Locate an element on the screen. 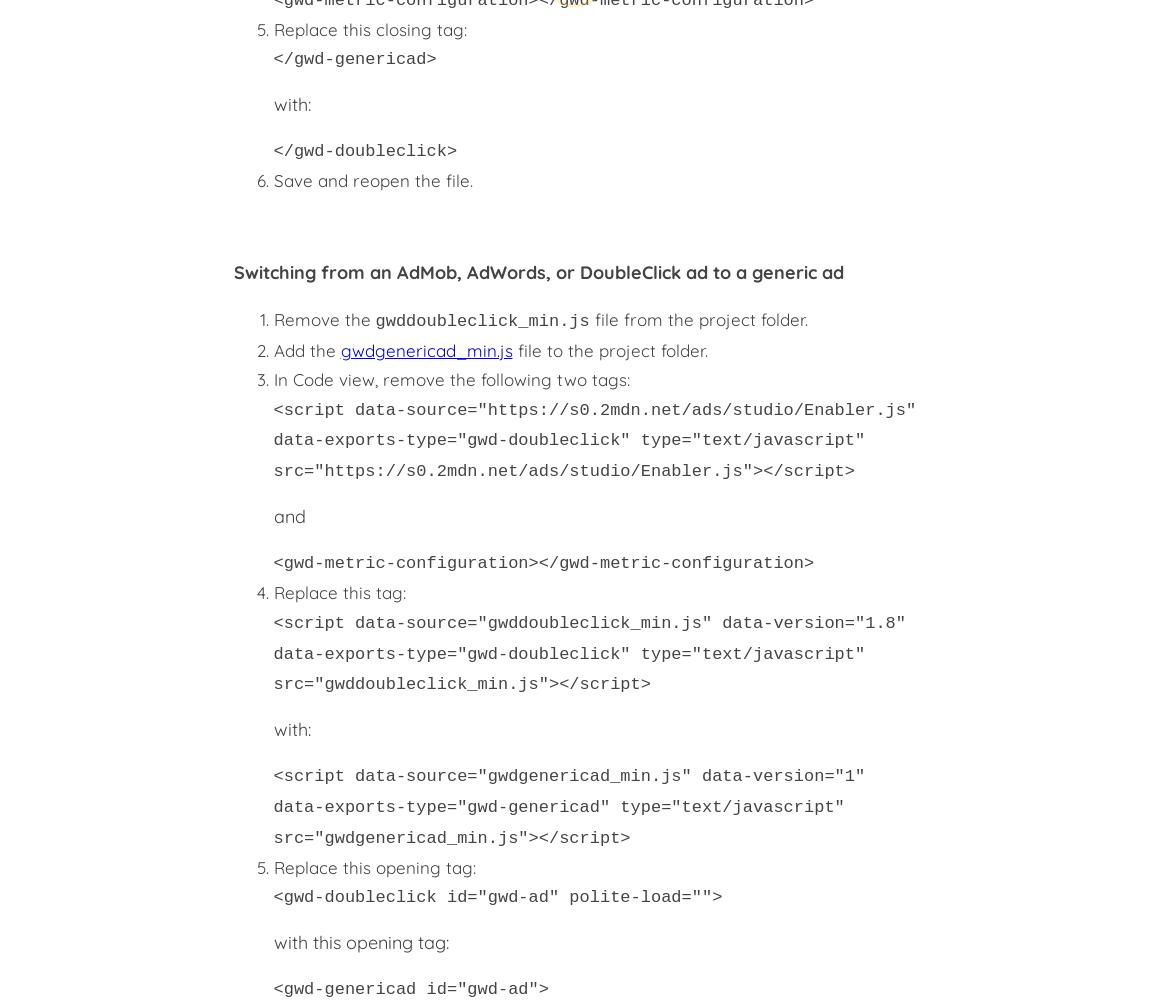  'Remove the' is located at coordinates (323, 317).